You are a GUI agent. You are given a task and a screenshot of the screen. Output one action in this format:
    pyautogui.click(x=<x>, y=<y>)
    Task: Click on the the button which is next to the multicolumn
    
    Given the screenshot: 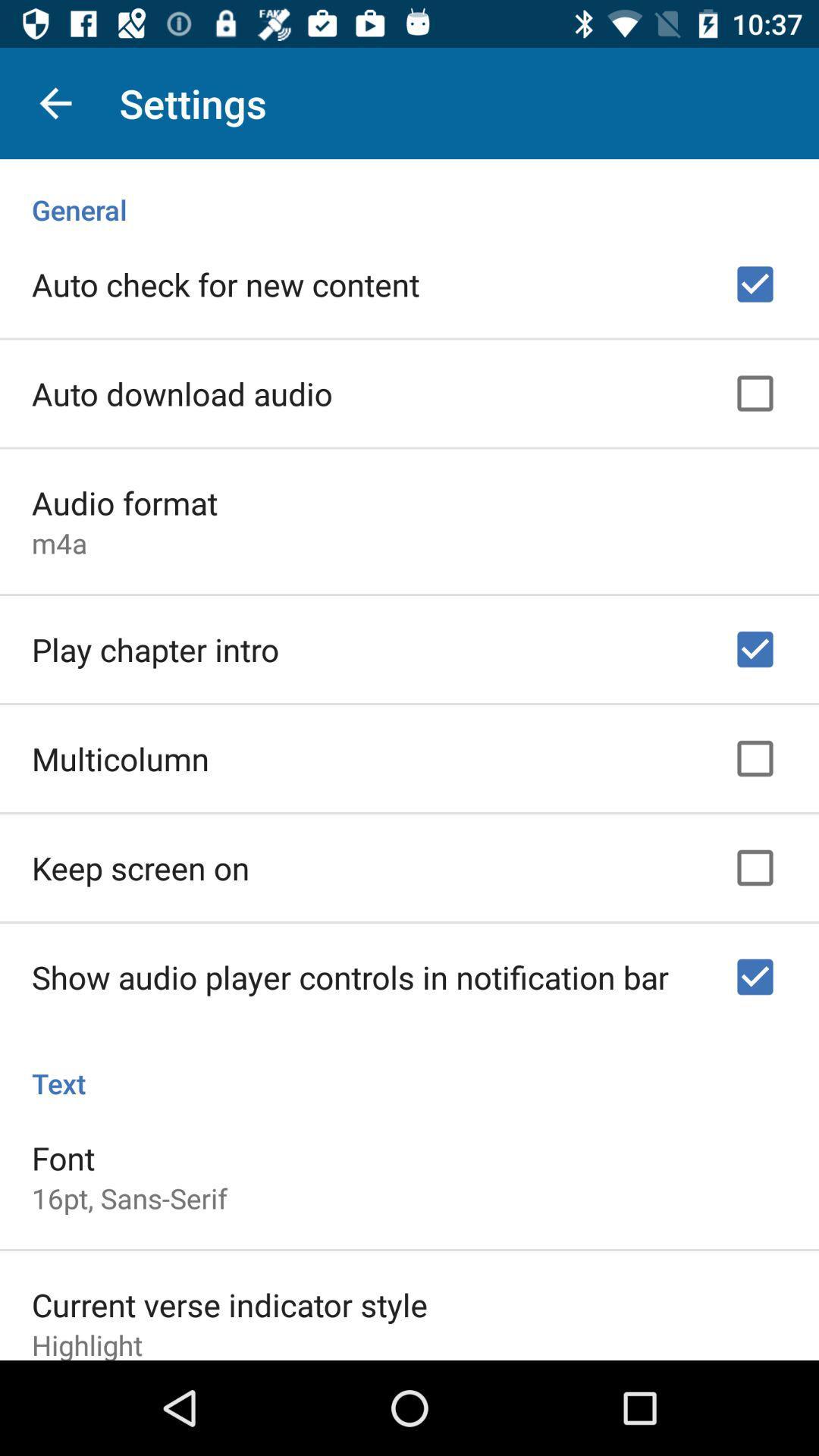 What is the action you would take?
    pyautogui.click(x=755, y=759)
    